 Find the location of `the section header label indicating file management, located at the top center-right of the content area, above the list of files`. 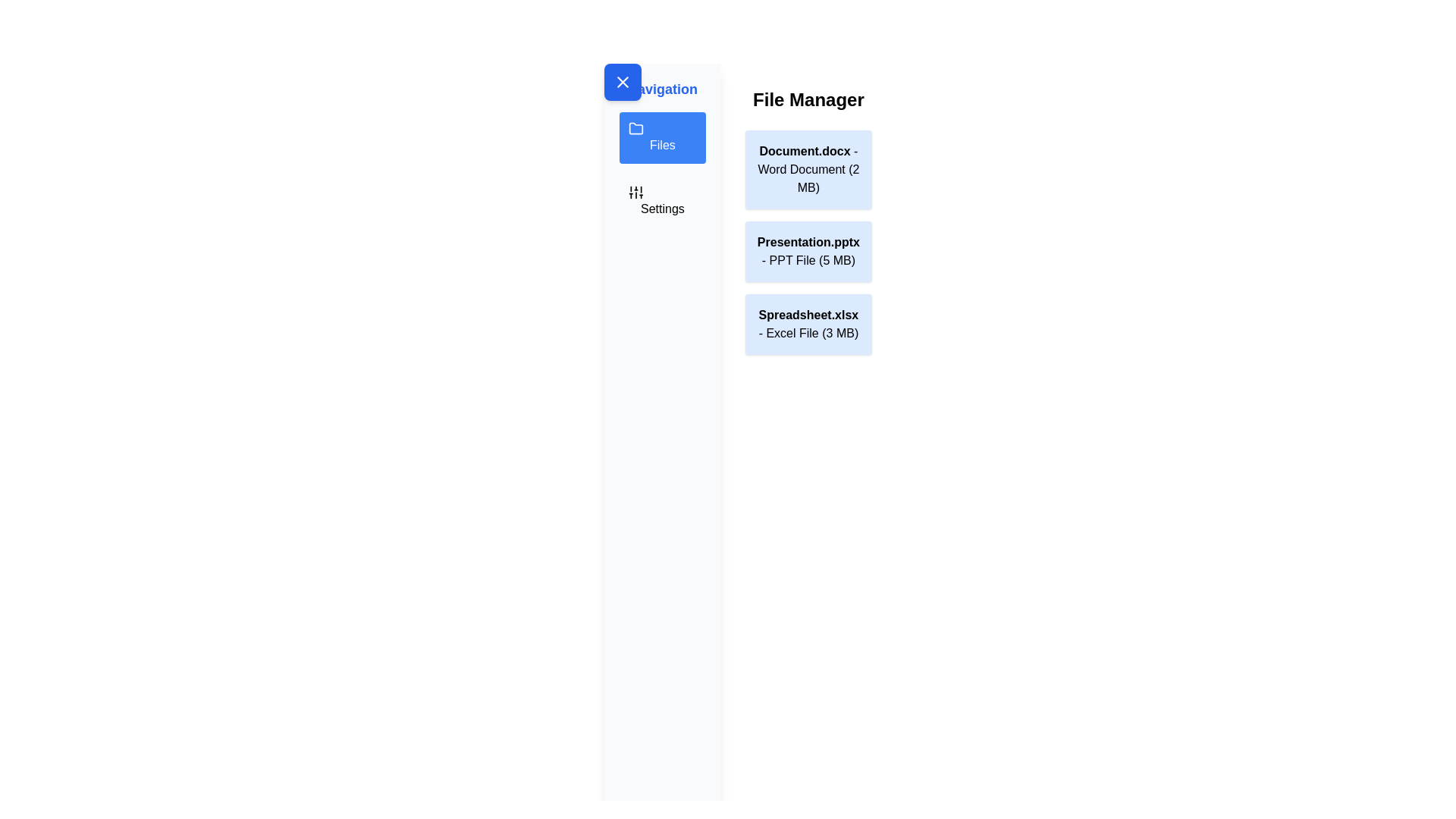

the section header label indicating file management, located at the top center-right of the content area, above the list of files is located at coordinates (808, 99).